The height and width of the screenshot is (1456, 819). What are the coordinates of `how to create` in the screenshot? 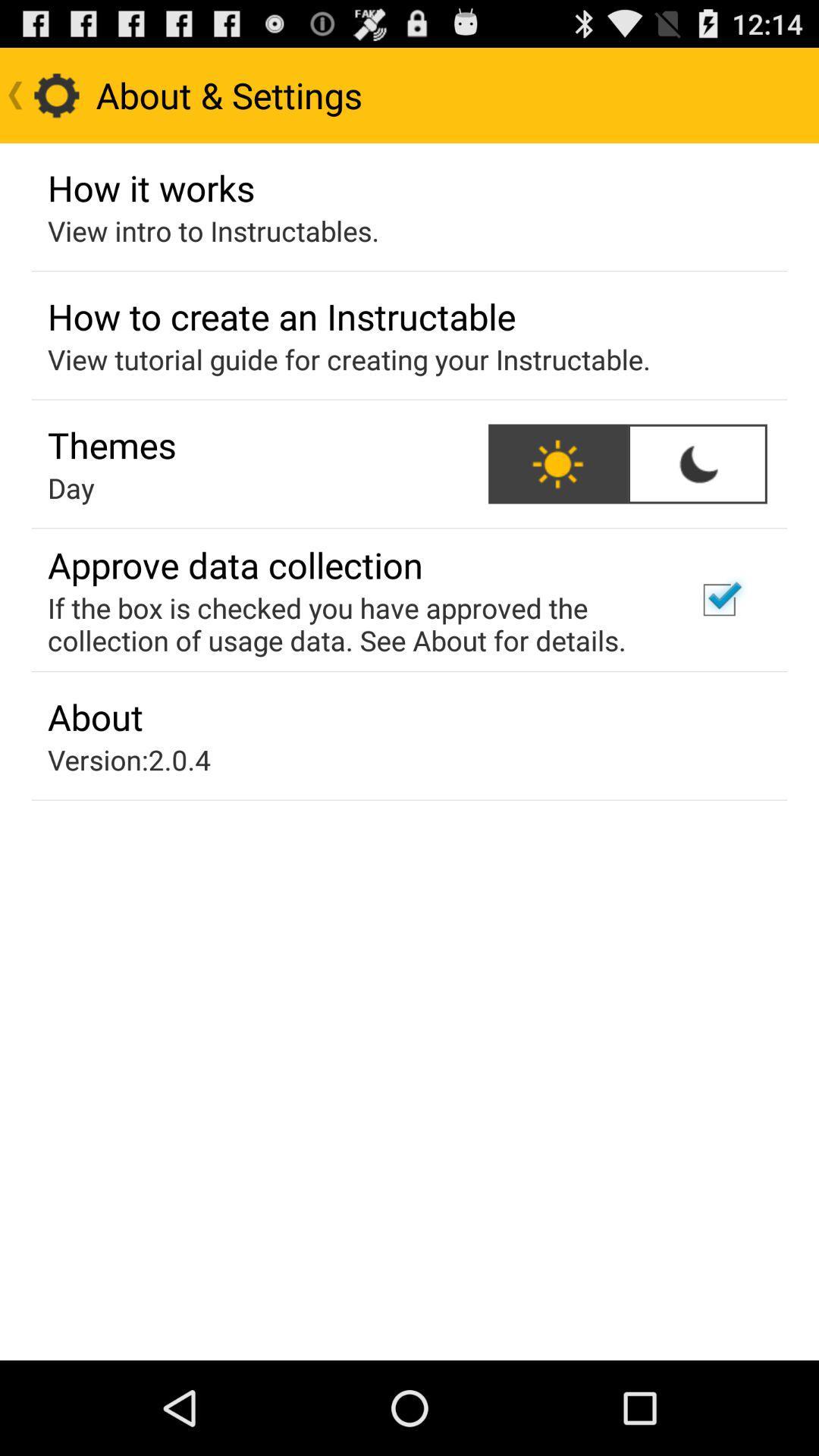 It's located at (281, 315).